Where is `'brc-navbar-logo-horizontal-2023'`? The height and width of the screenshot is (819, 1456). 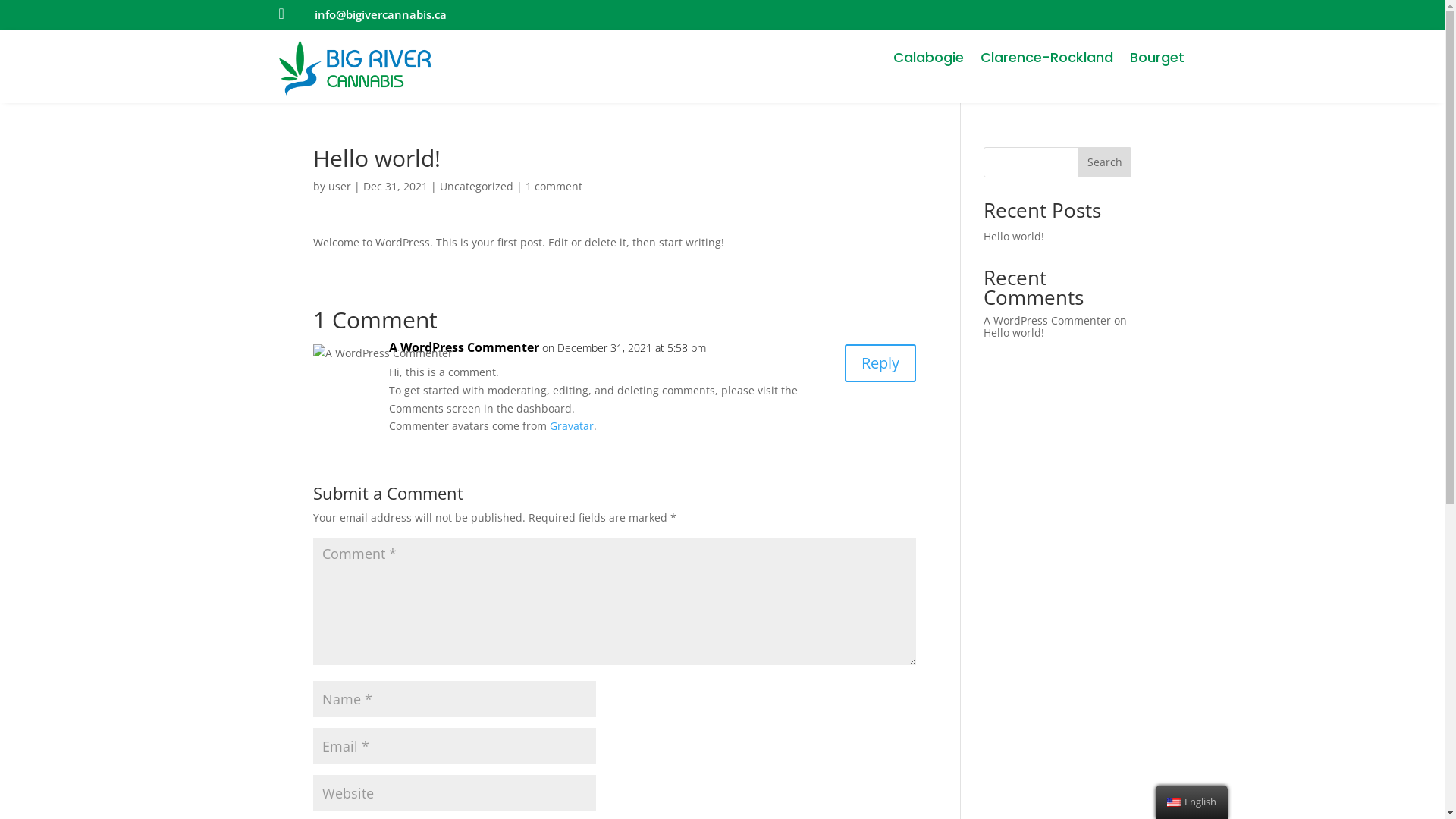 'brc-navbar-logo-horizontal-2023' is located at coordinates (354, 67).